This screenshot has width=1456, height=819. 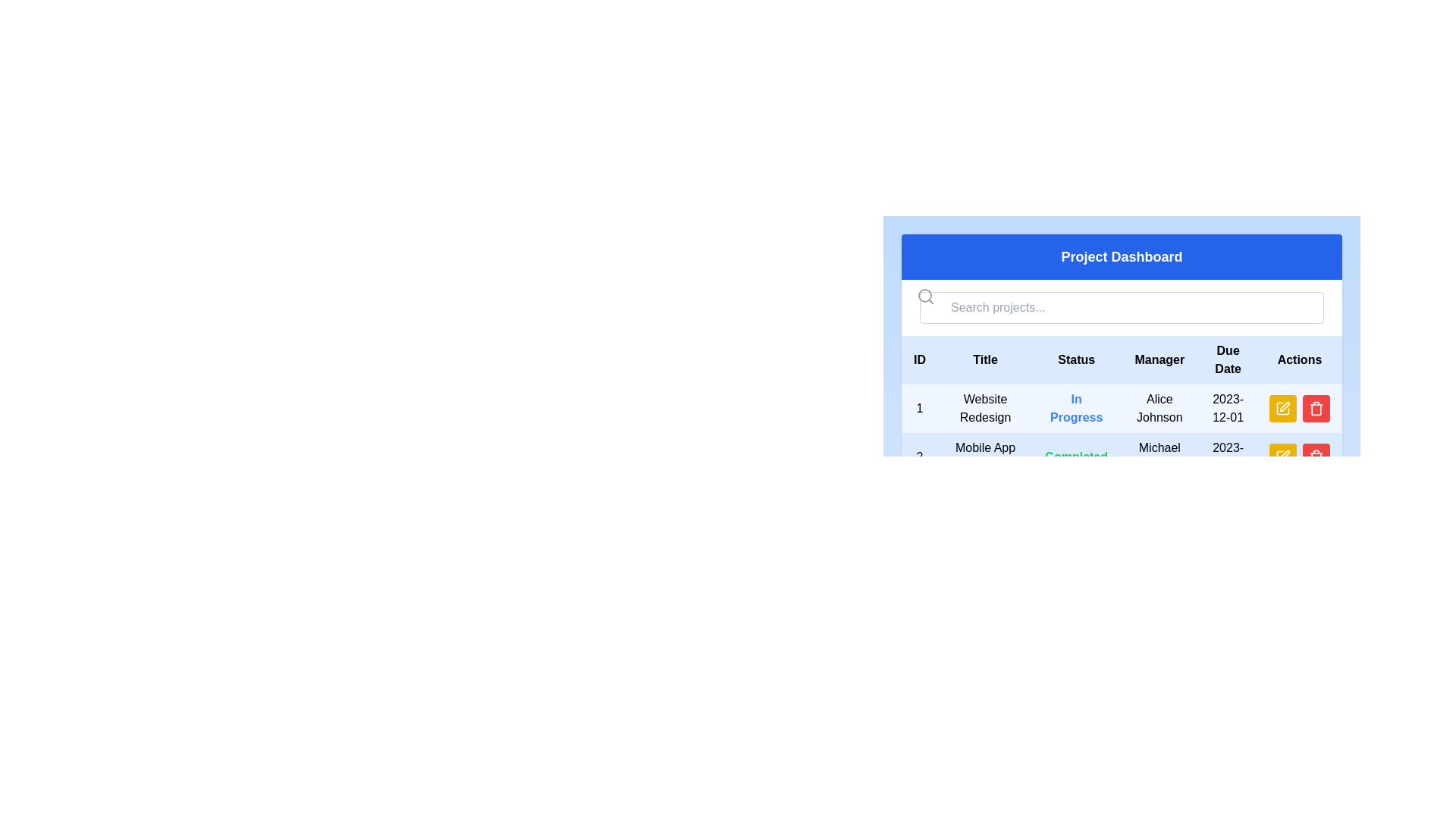 I want to click on the trash icon located in the 'Actions' column of the second row, so click(x=1316, y=456).